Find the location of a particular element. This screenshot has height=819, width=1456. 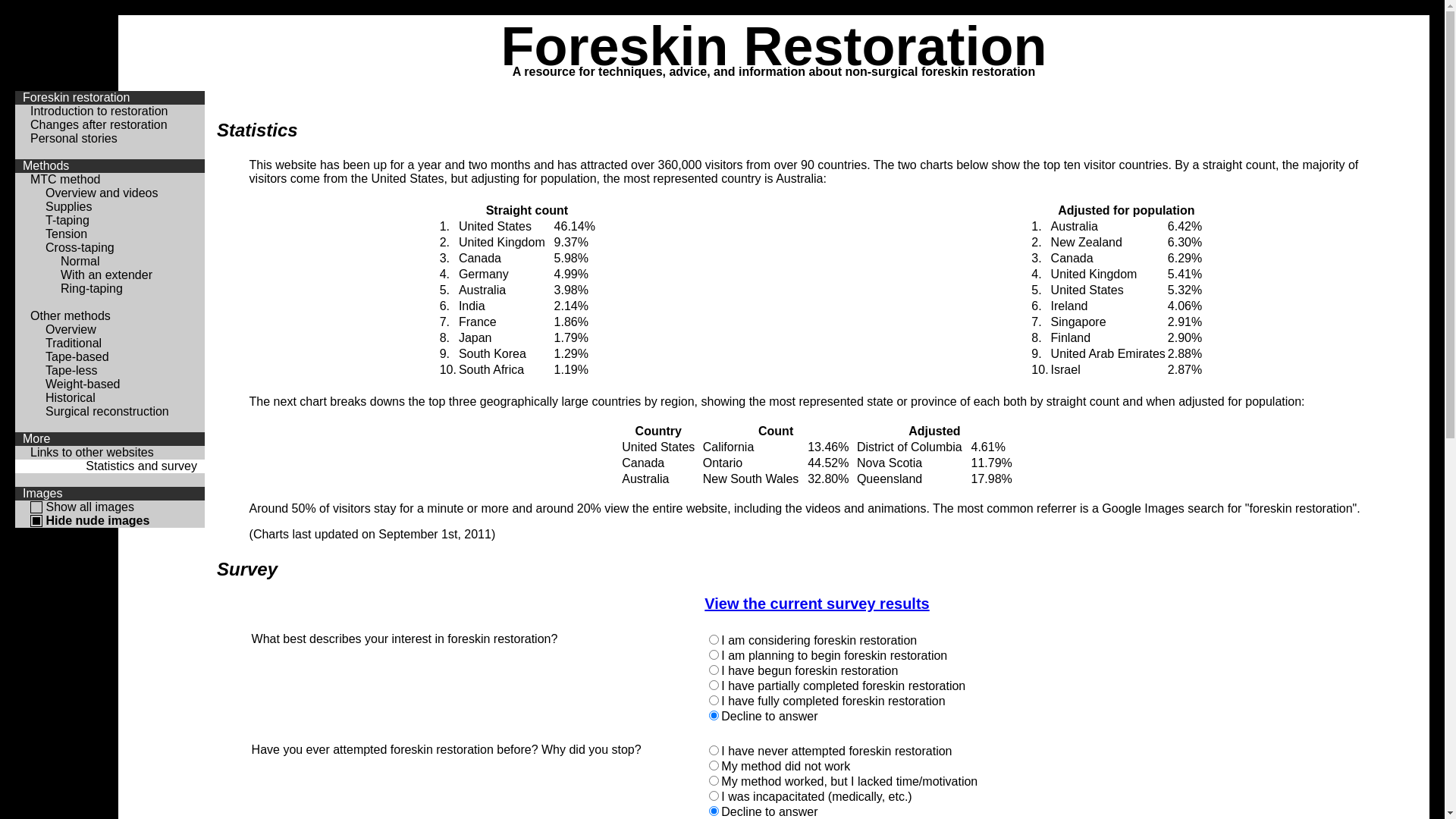

'Ring-taping' is located at coordinates (90, 288).